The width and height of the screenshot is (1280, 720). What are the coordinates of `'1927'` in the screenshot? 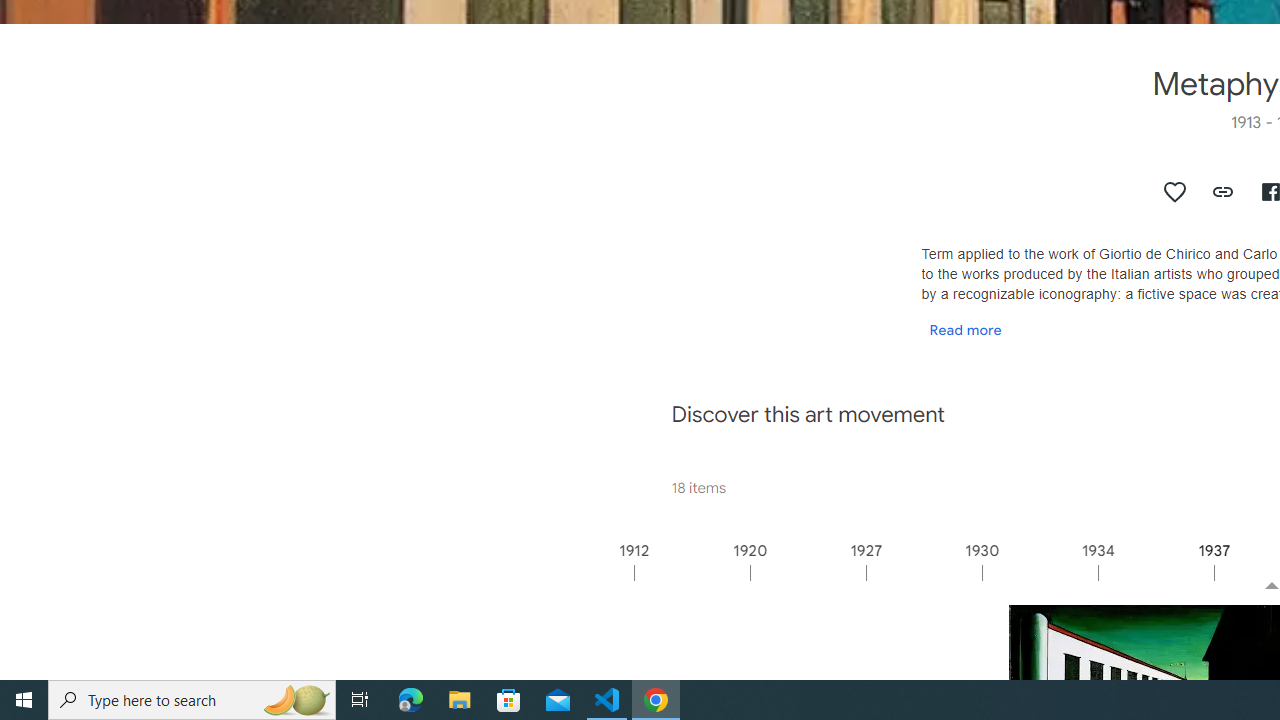 It's located at (922, 572).